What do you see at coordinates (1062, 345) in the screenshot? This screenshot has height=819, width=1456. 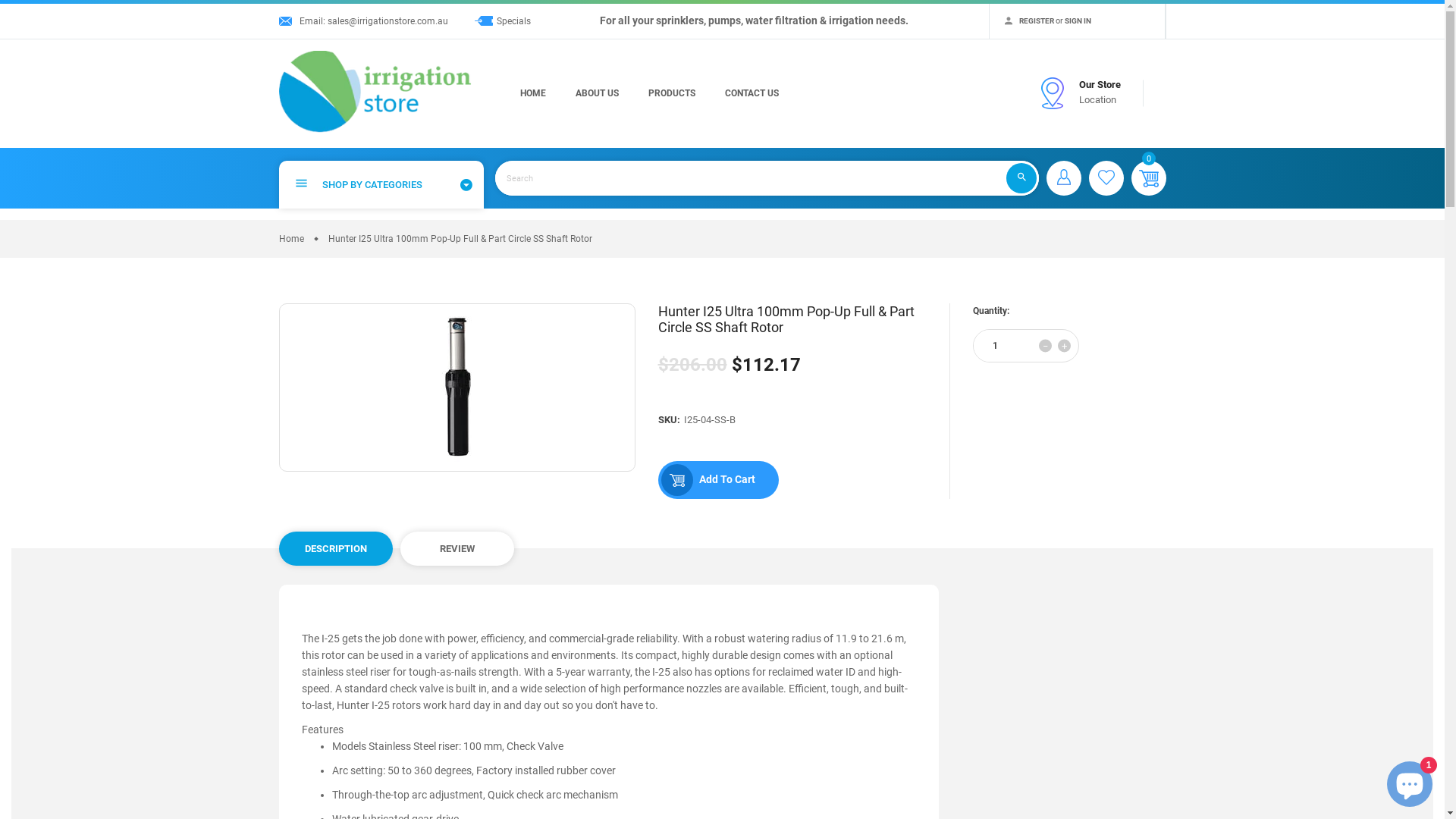 I see `'+` at bounding box center [1062, 345].